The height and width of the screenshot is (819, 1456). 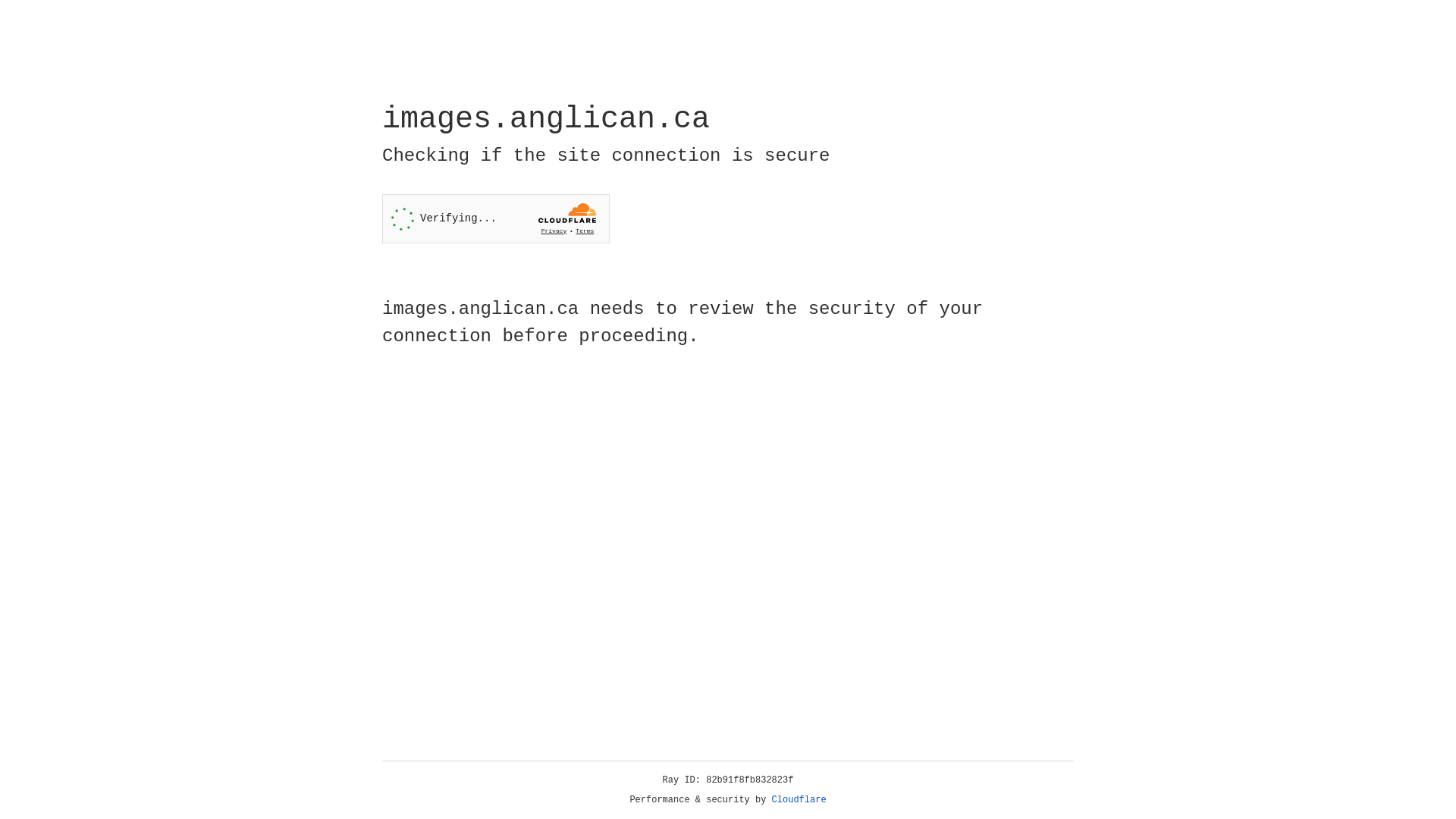 I want to click on 'Cloudflare', so click(x=799, y=799).